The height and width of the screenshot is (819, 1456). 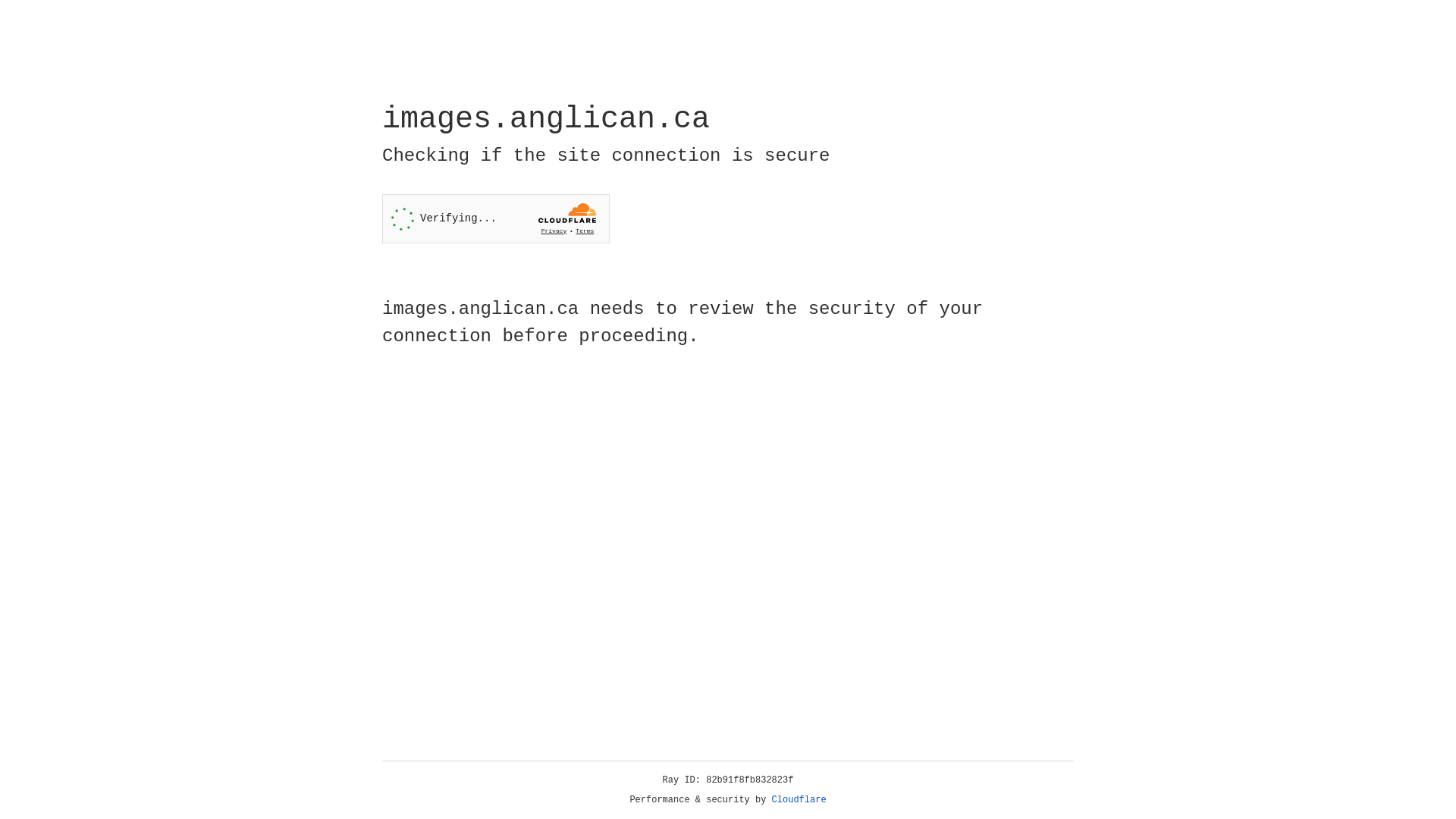 I want to click on 'Cloudflare', so click(x=799, y=799).